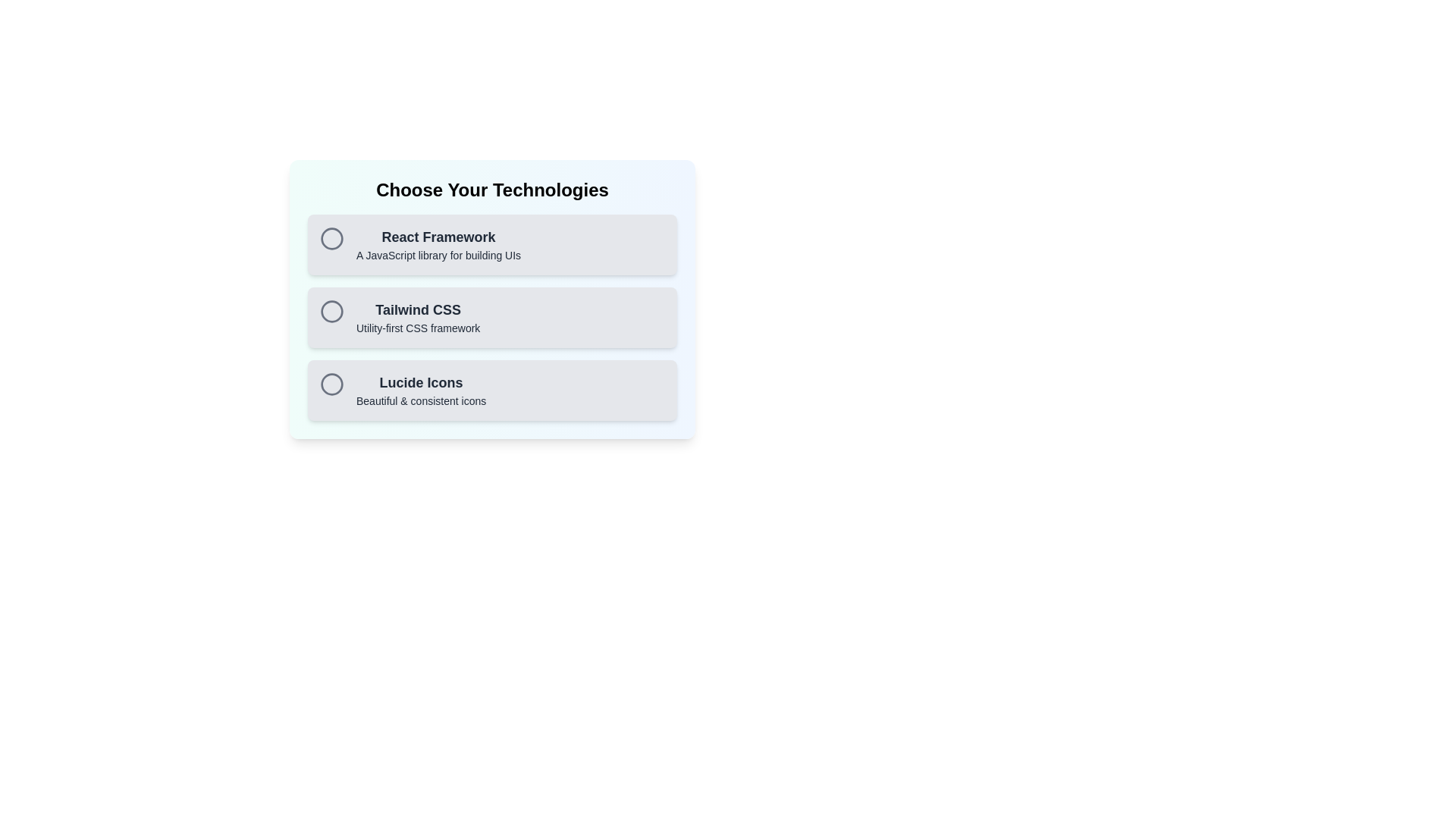  Describe the element at coordinates (492, 390) in the screenshot. I see `the chip labeled Lucide Icons` at that location.